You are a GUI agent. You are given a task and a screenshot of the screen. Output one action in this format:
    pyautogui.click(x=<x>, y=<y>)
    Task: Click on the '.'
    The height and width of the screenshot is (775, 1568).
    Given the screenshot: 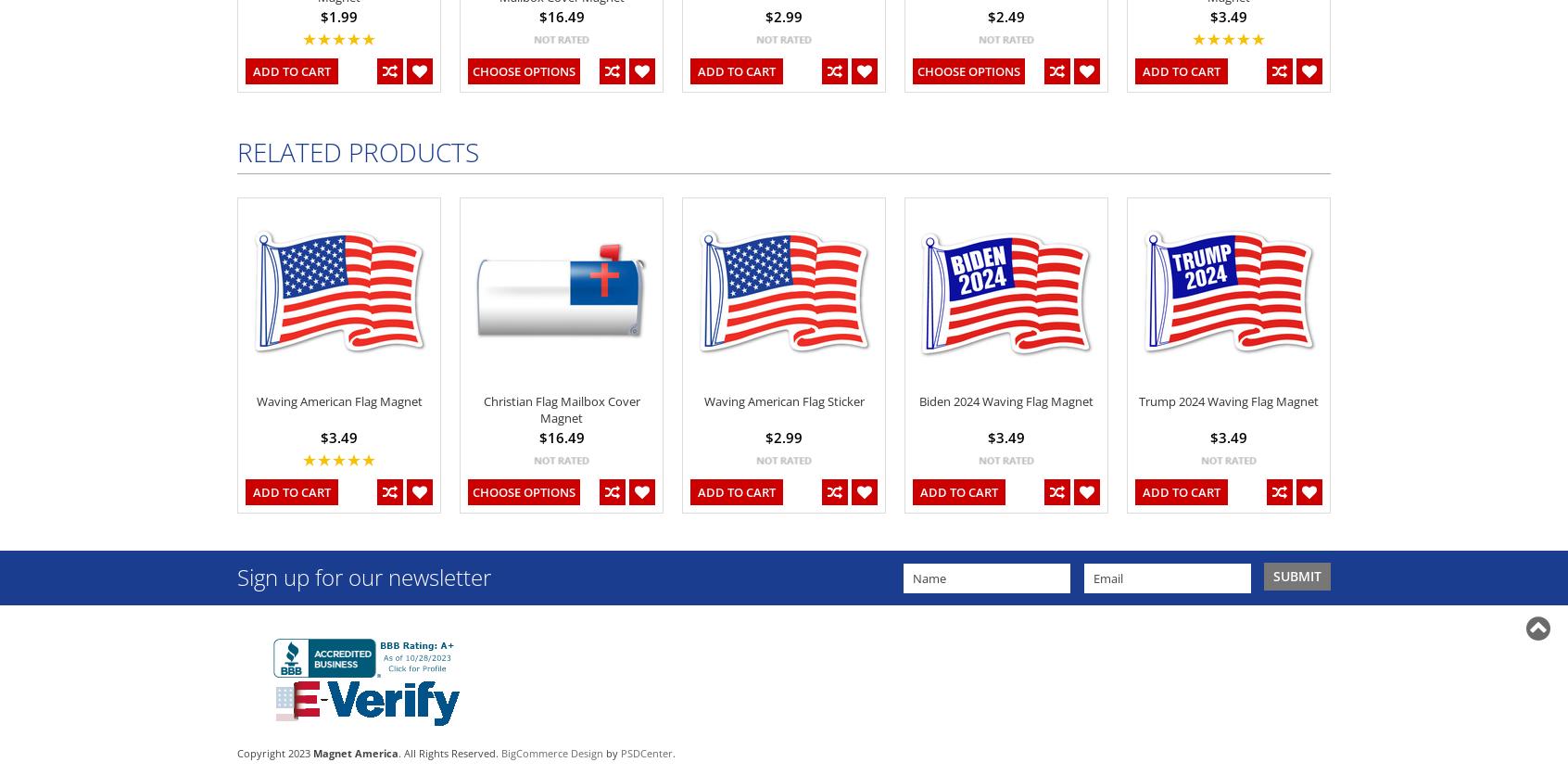 What is the action you would take?
    pyautogui.click(x=672, y=751)
    